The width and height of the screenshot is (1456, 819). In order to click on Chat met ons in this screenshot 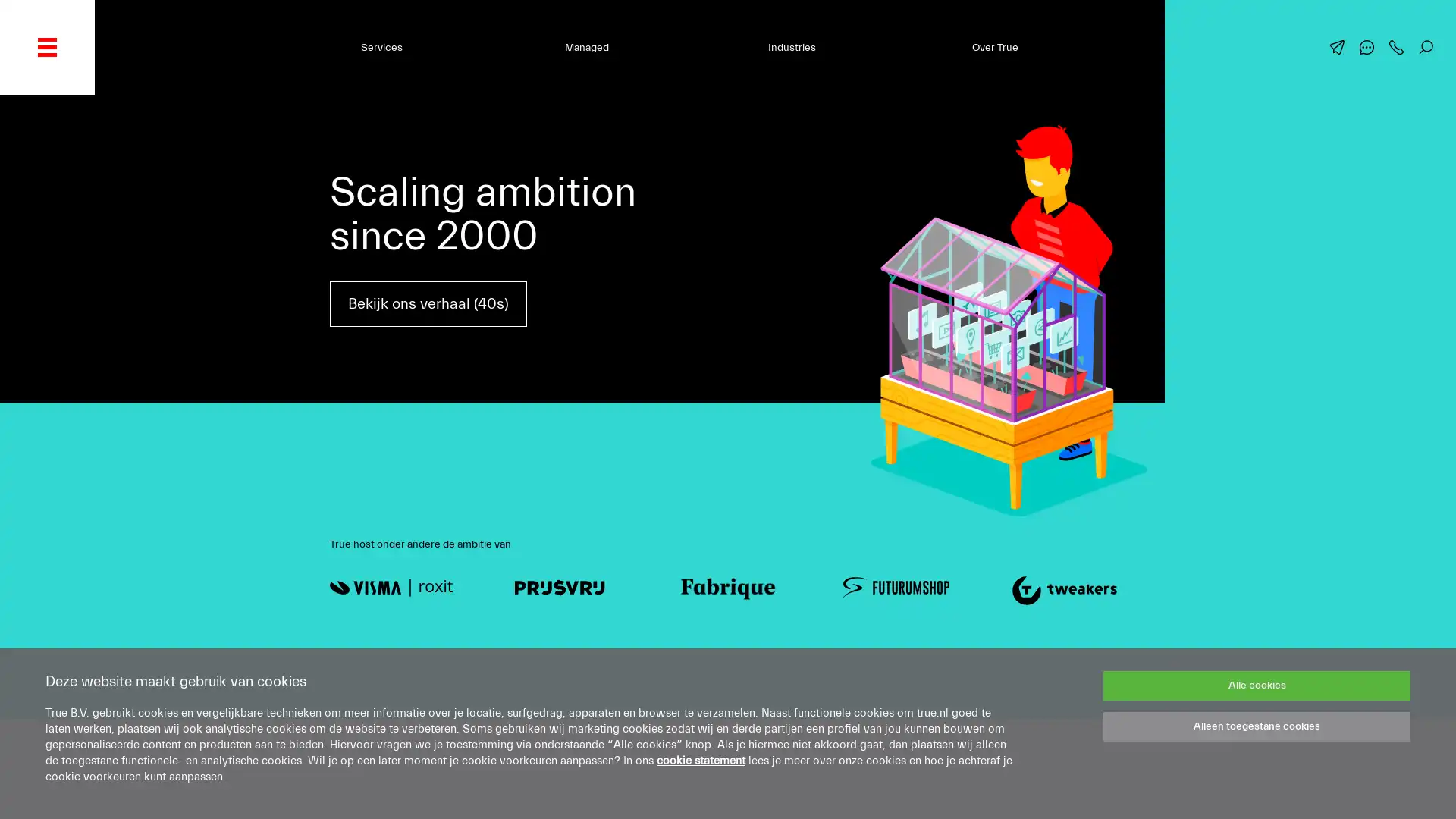, I will do `click(1374, 46)`.